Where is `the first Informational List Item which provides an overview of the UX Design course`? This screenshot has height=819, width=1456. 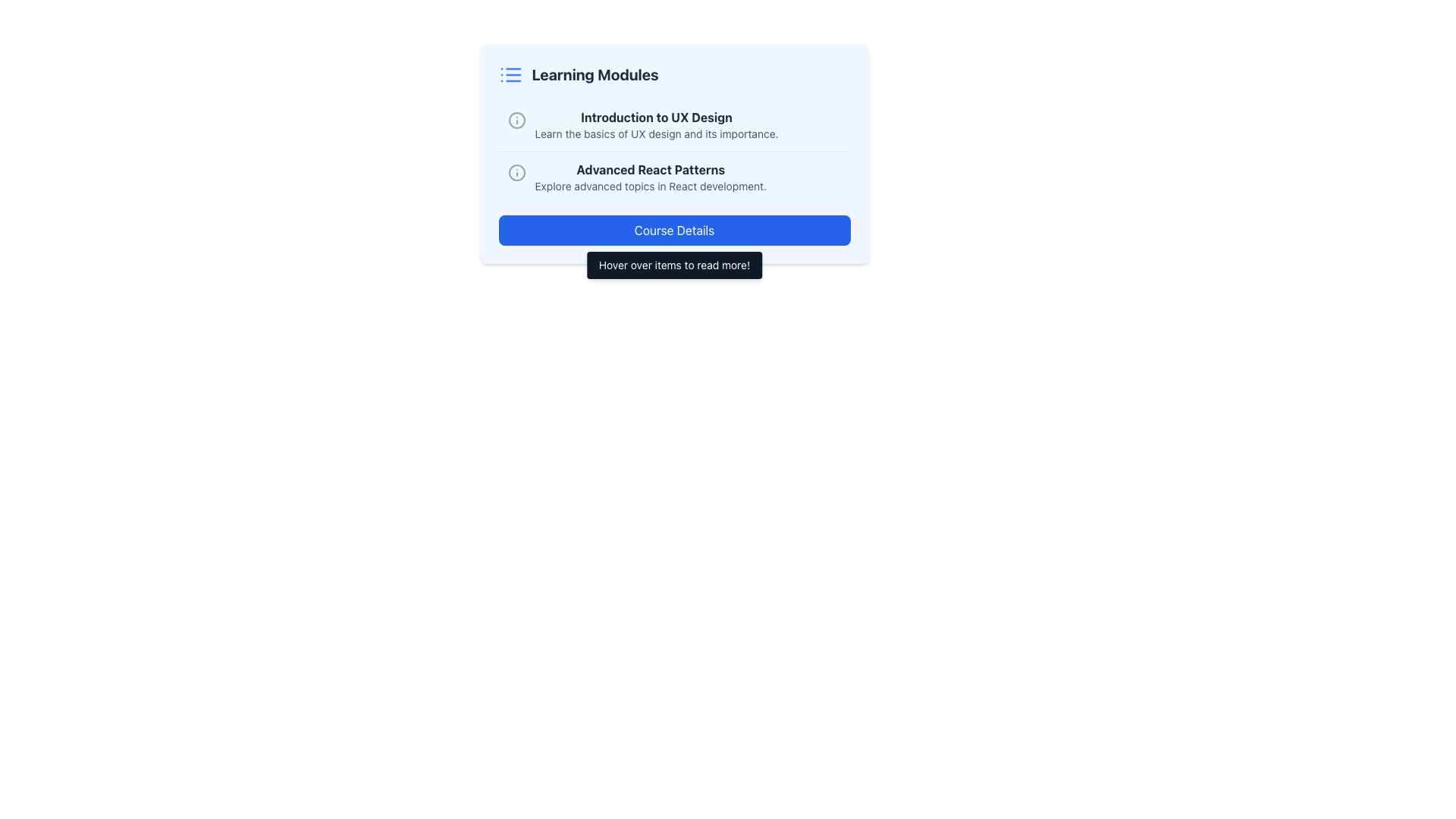
the first Informational List Item which provides an overview of the UX Design course is located at coordinates (673, 124).